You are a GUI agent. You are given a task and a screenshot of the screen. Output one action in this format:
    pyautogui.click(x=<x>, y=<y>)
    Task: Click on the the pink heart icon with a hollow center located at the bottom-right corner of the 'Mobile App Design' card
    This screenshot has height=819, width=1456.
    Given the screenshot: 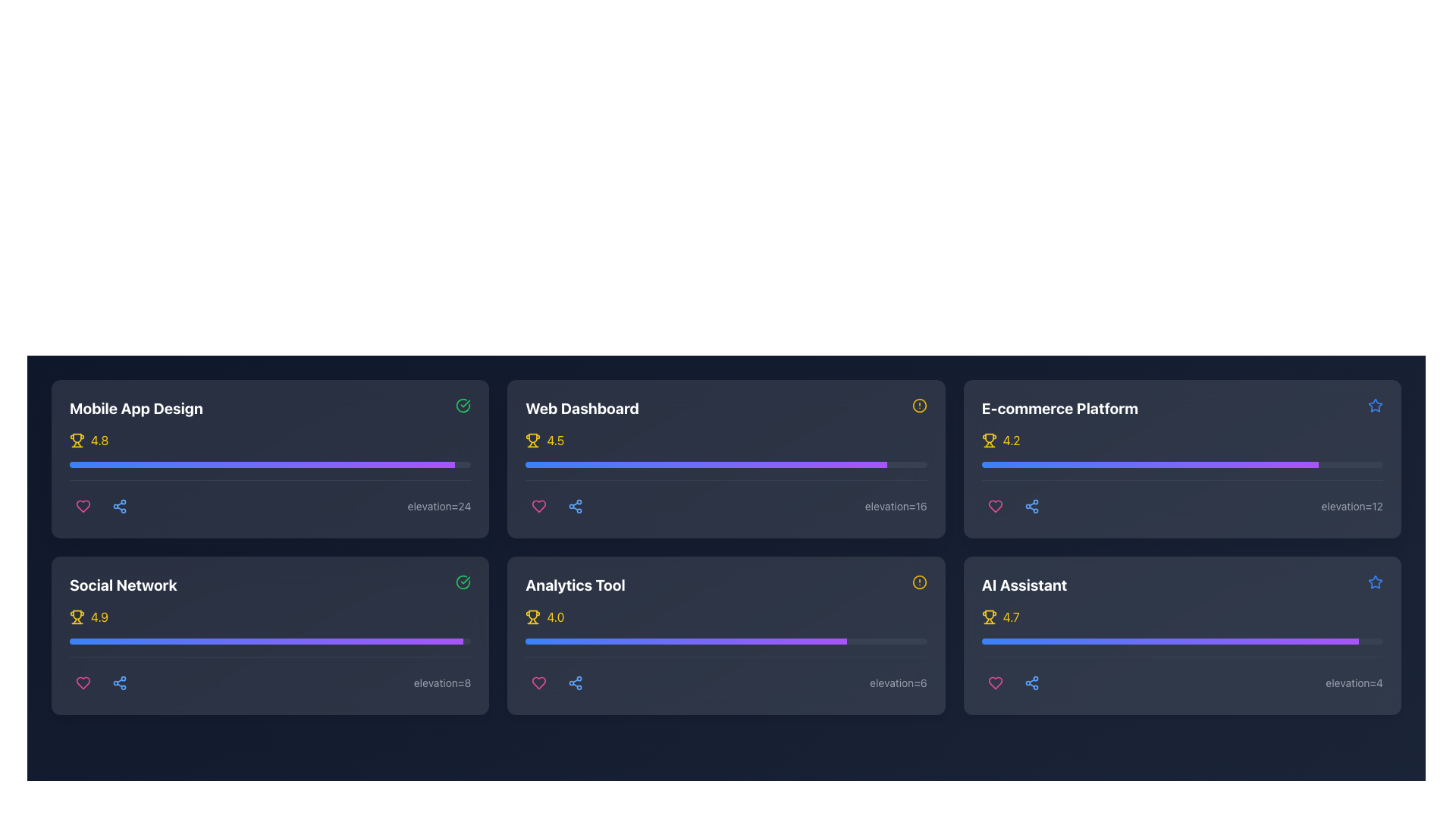 What is the action you would take?
    pyautogui.click(x=83, y=506)
    